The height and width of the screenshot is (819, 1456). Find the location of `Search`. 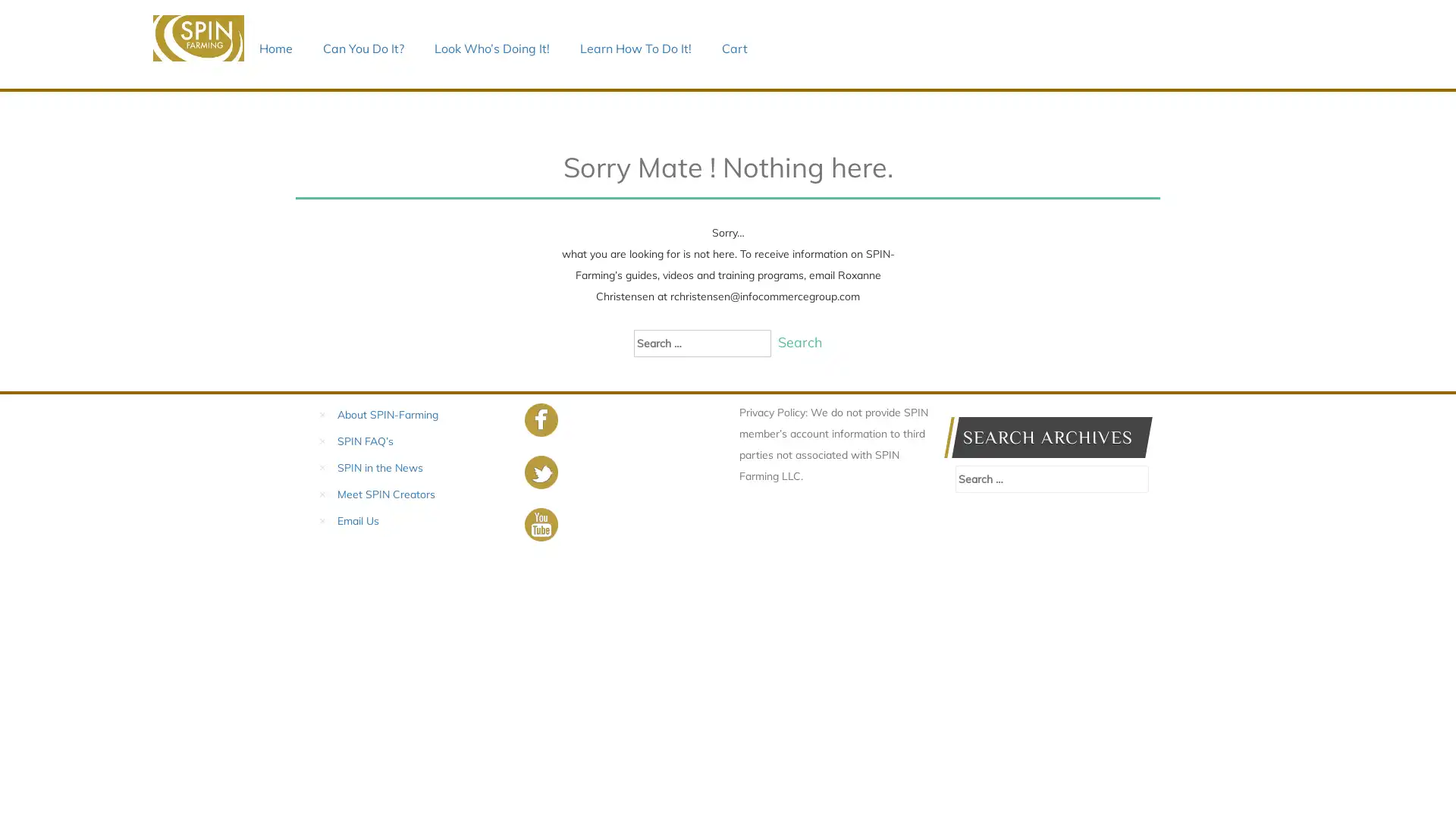

Search is located at coordinates (799, 342).